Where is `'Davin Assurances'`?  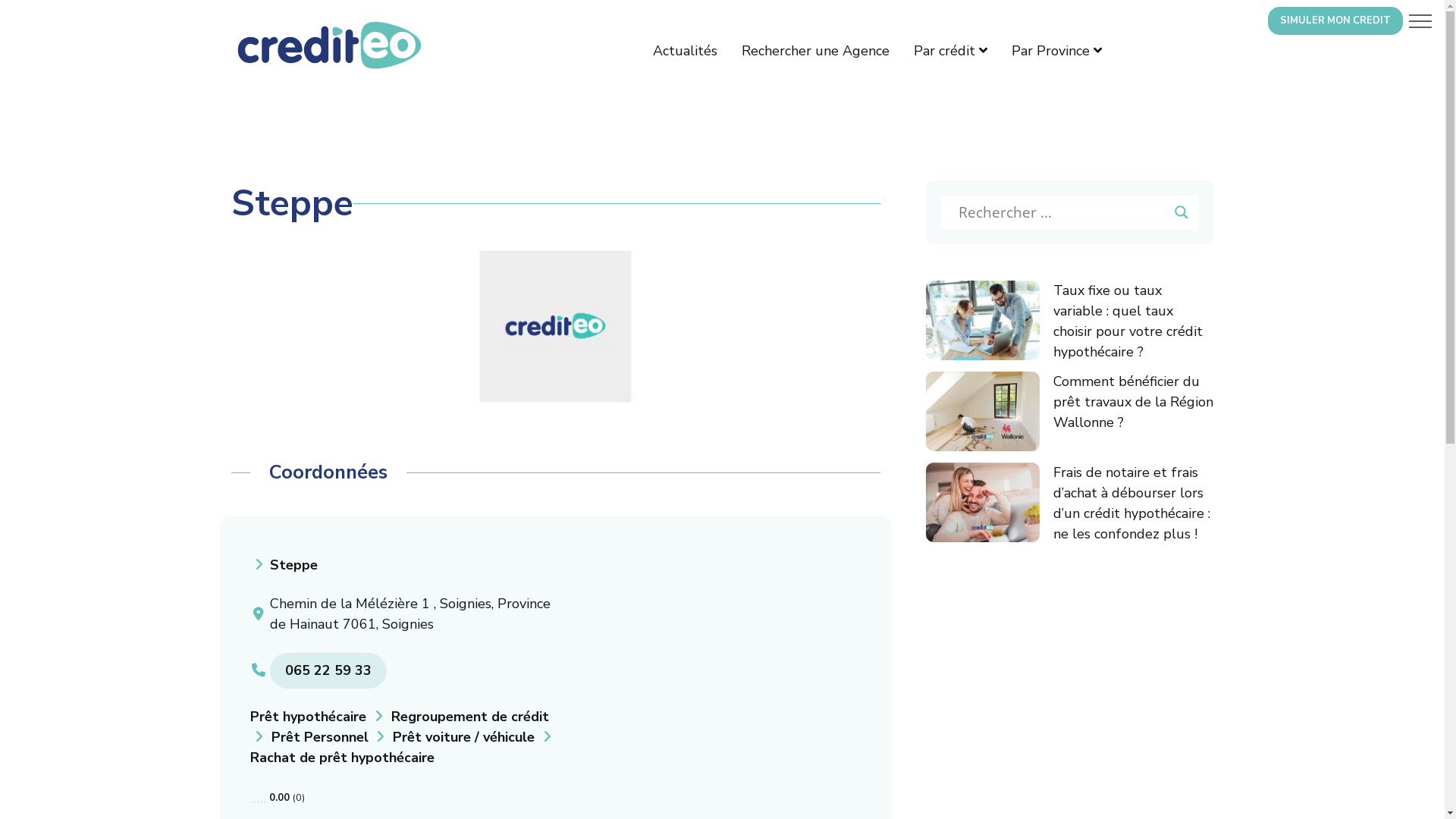 'Davin Assurances' is located at coordinates (554, 325).